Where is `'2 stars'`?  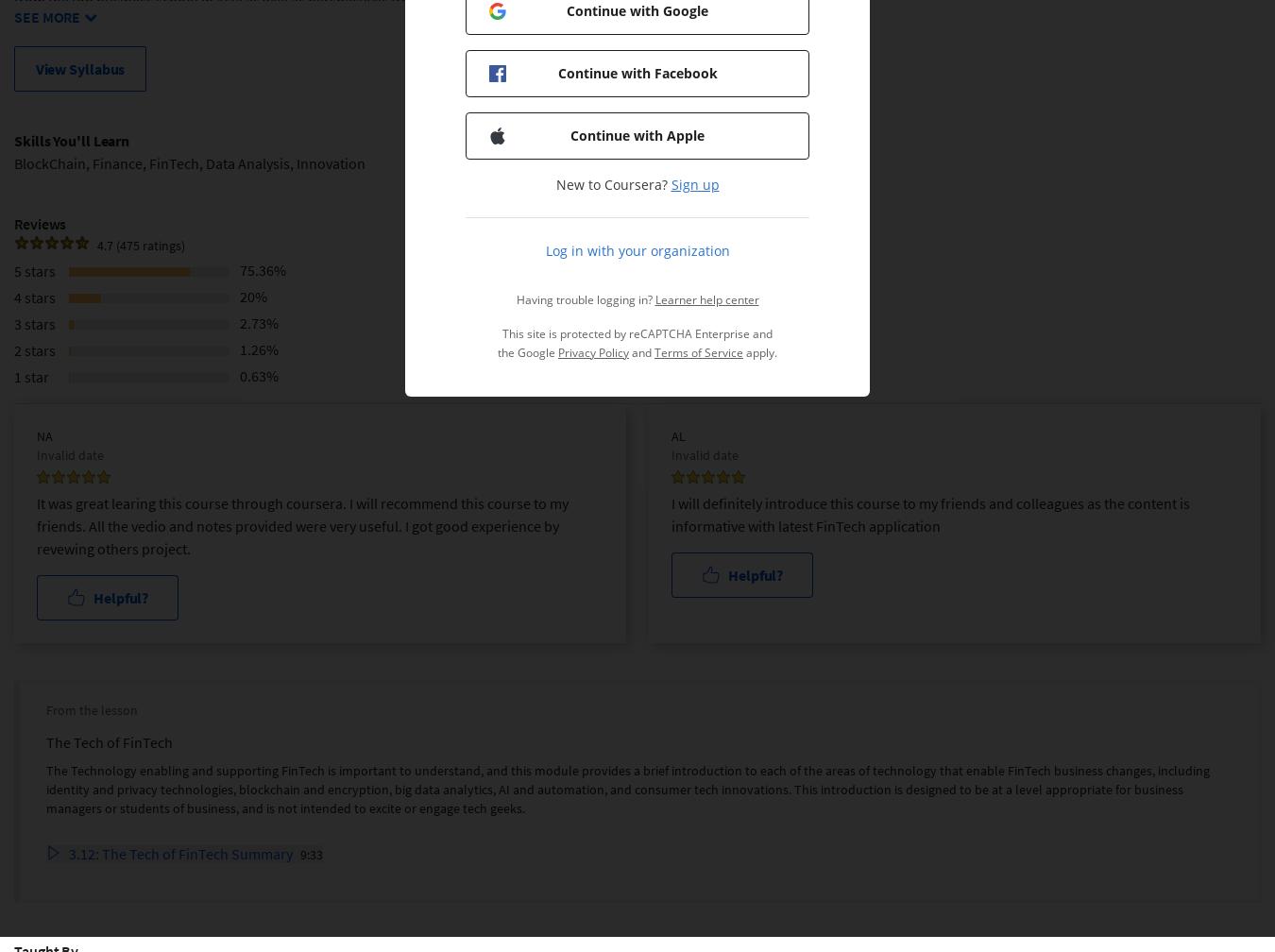
'2 stars' is located at coordinates (33, 349).